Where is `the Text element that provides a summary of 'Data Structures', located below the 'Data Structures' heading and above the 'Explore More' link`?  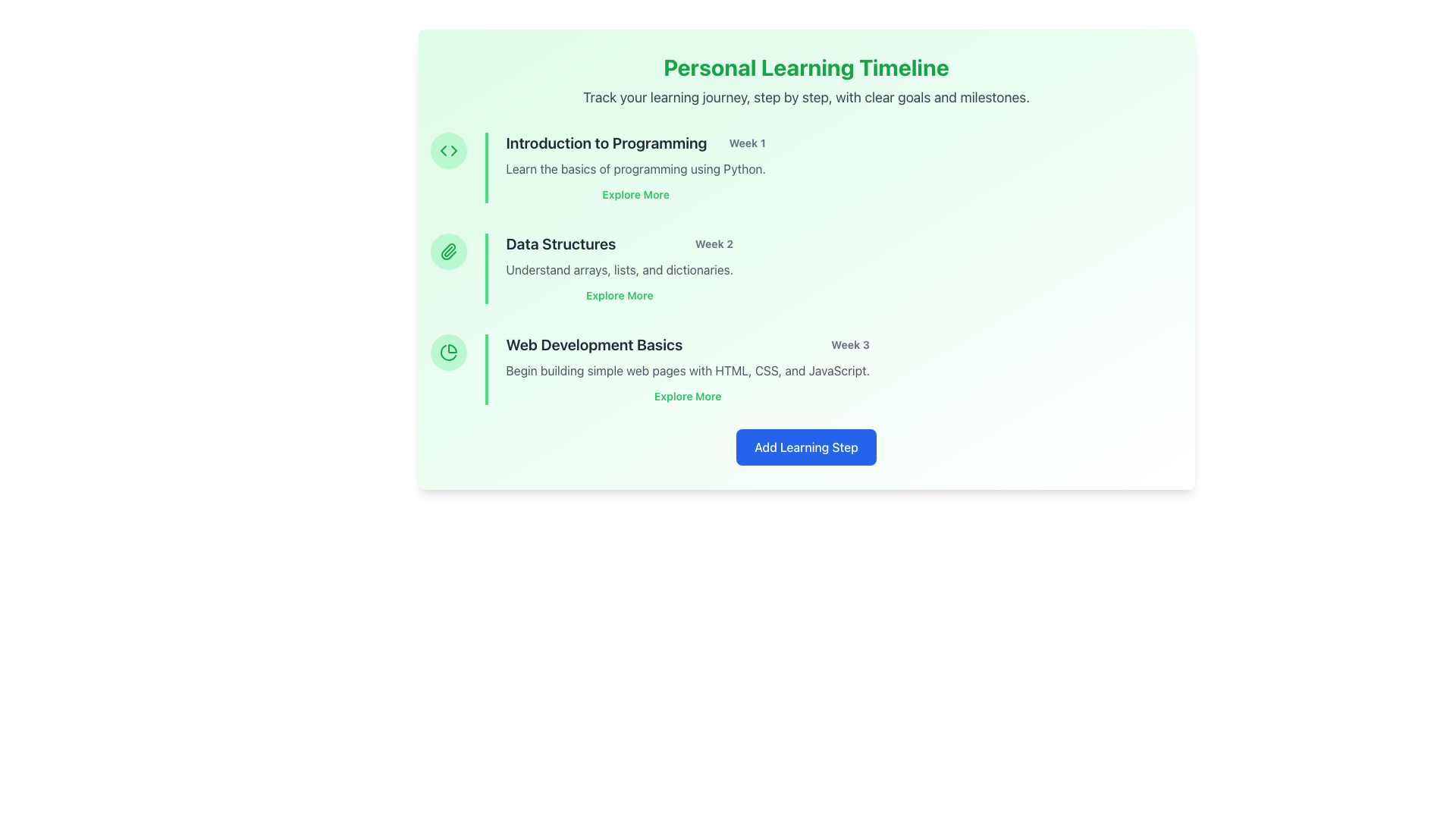 the Text element that provides a summary of 'Data Structures', located below the 'Data Structures' heading and above the 'Explore More' link is located at coordinates (620, 268).